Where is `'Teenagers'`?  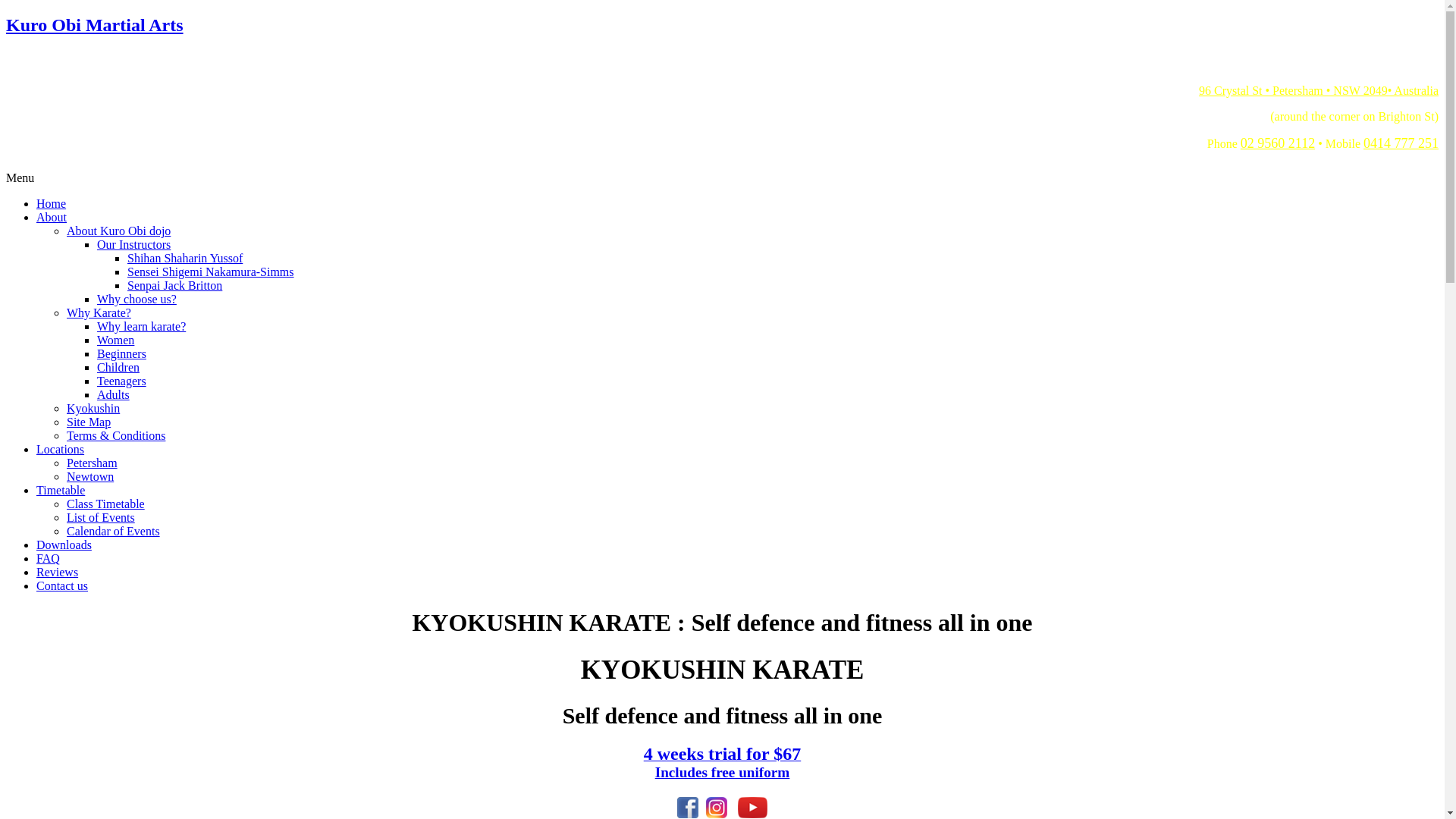 'Teenagers' is located at coordinates (121, 380).